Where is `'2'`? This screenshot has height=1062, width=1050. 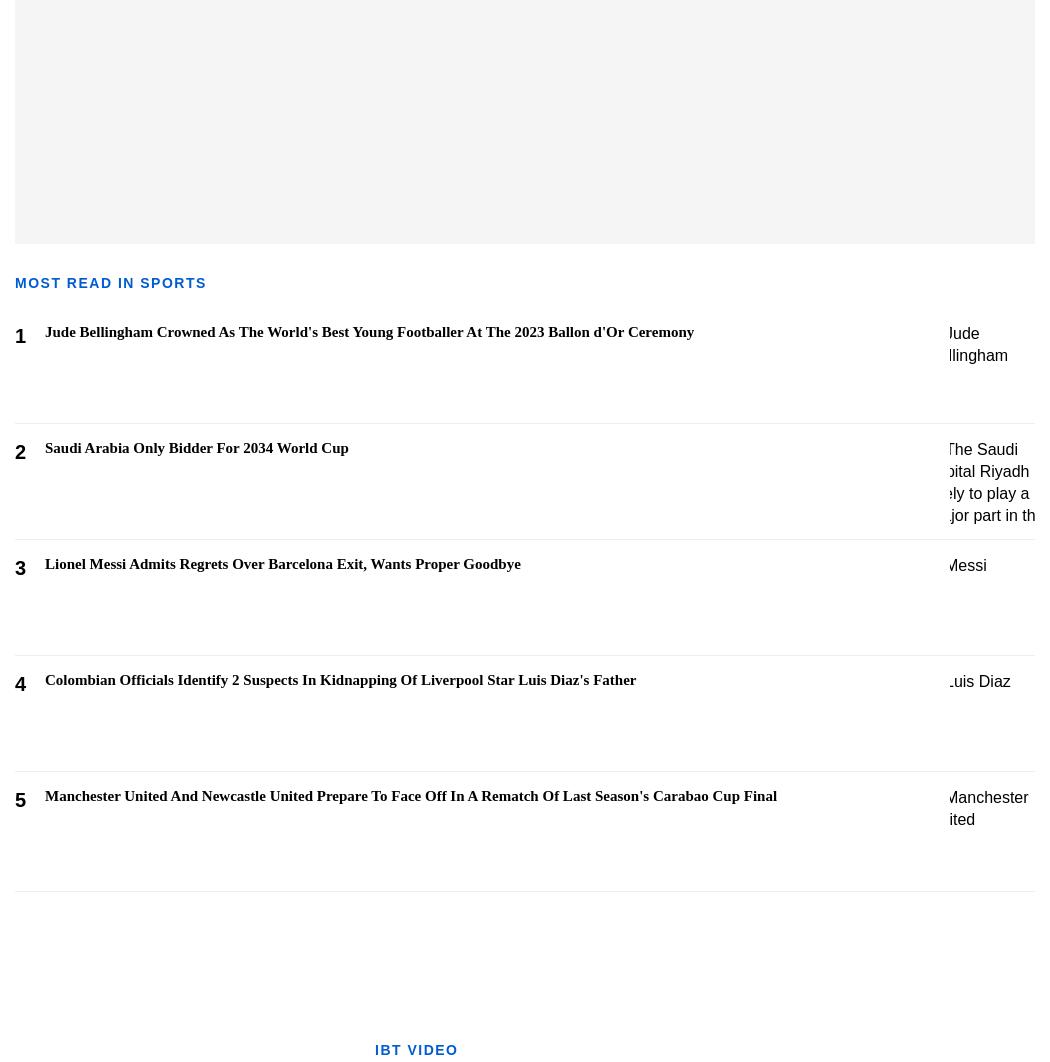
'2' is located at coordinates (15, 450).